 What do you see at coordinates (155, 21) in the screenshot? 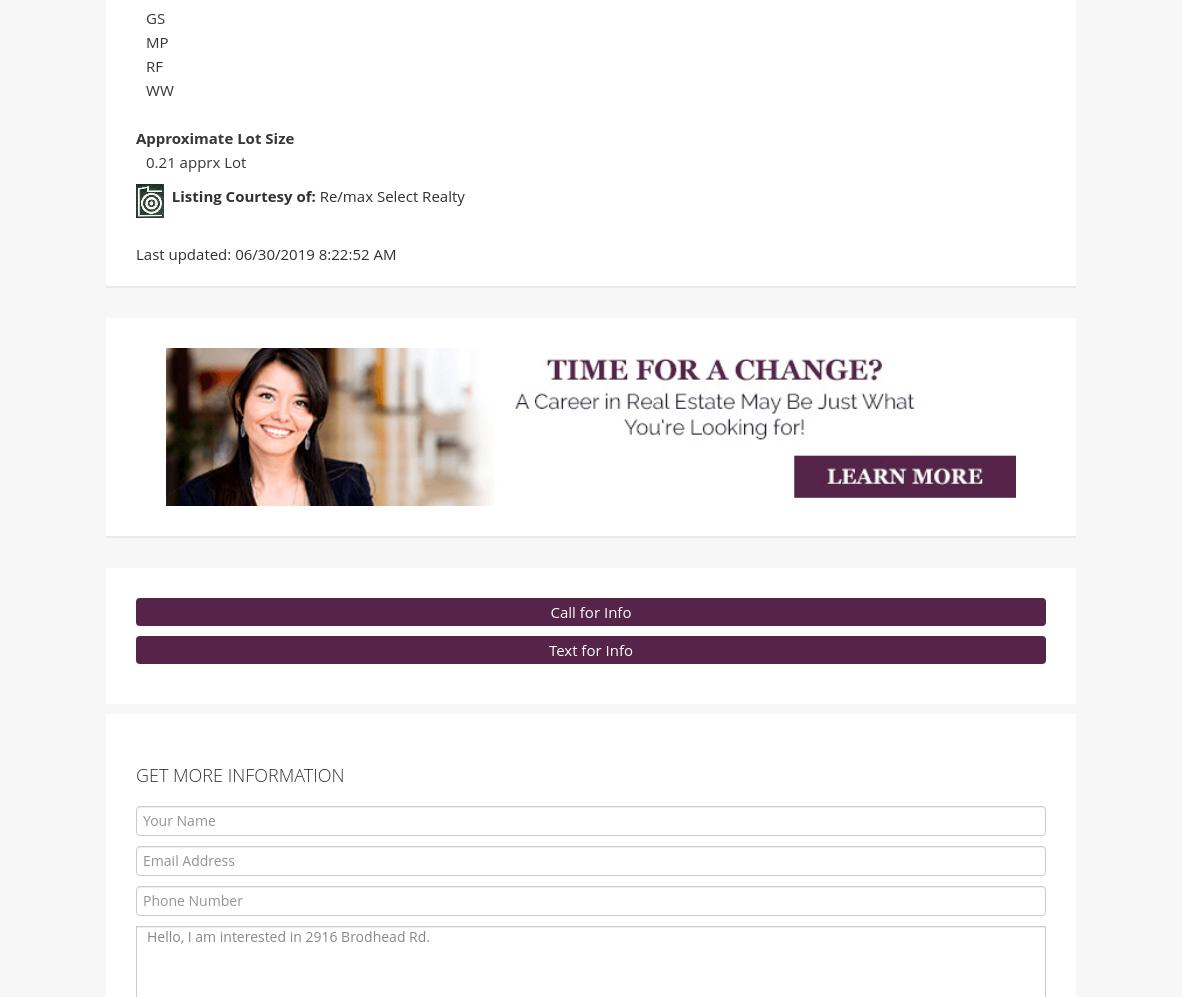
I see `'GS'` at bounding box center [155, 21].